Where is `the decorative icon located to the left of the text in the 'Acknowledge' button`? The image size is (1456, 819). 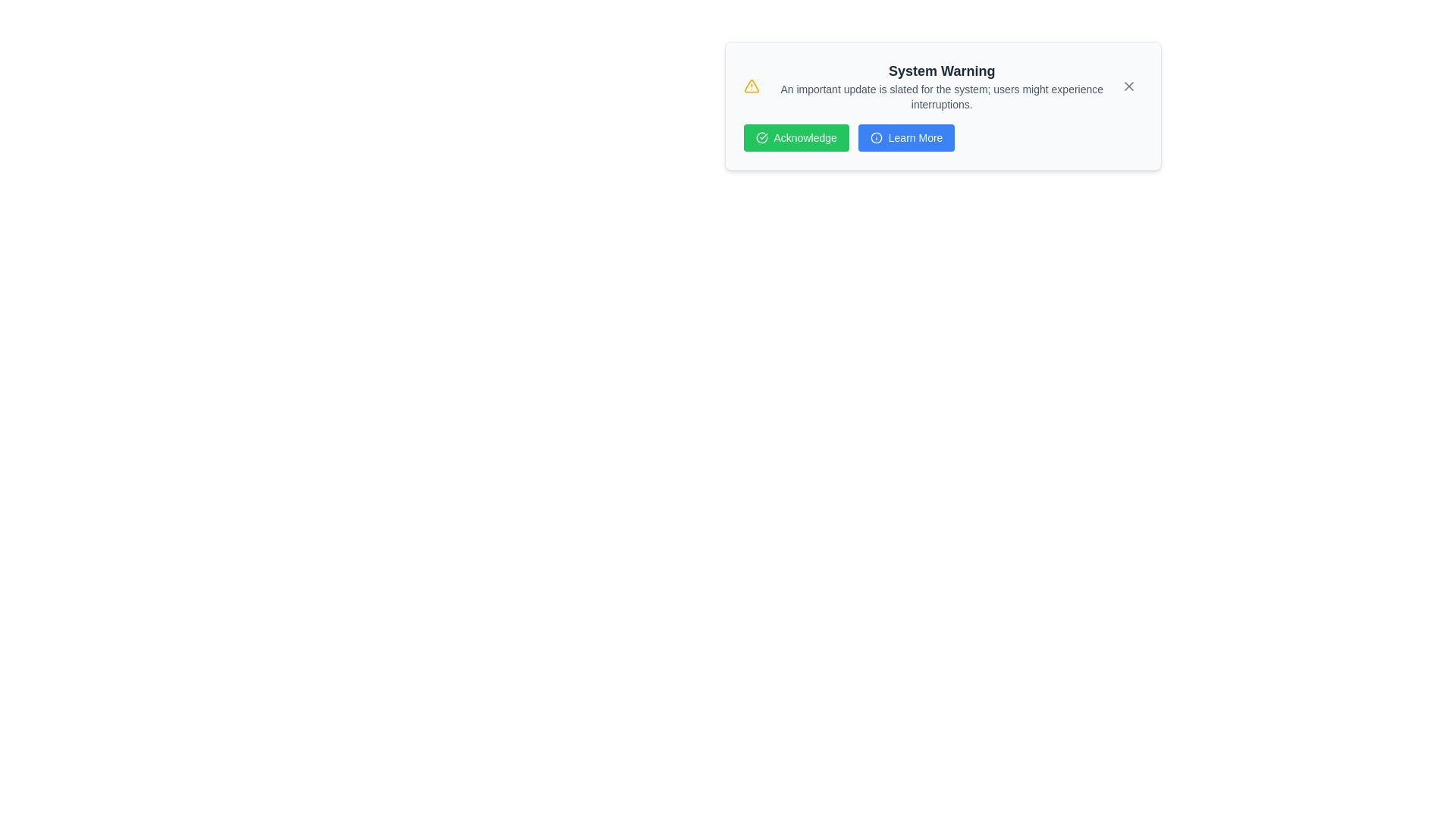
the decorative icon located to the left of the text in the 'Acknowledge' button is located at coordinates (761, 137).